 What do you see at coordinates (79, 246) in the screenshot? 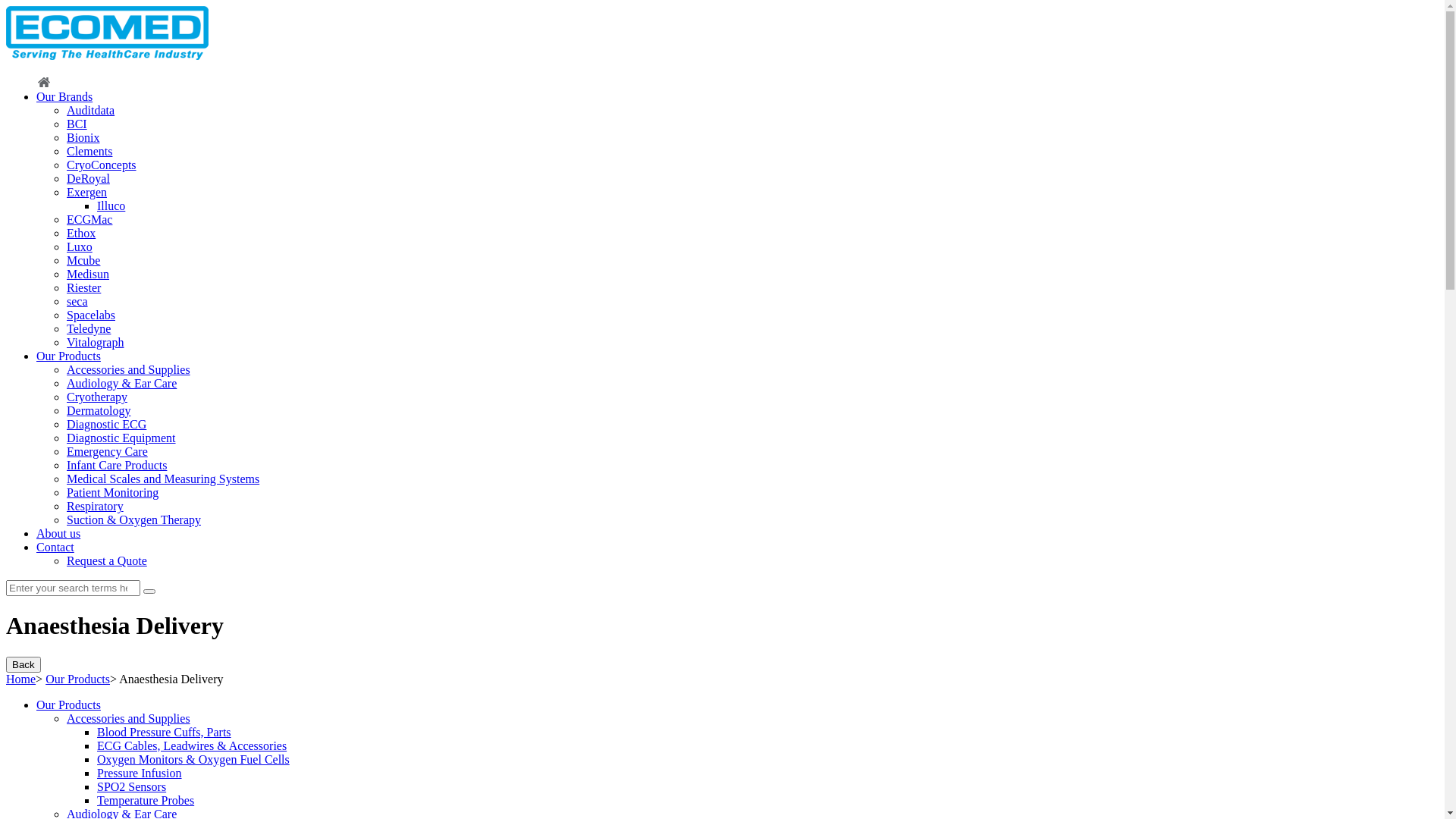
I see `'Luxo'` at bounding box center [79, 246].